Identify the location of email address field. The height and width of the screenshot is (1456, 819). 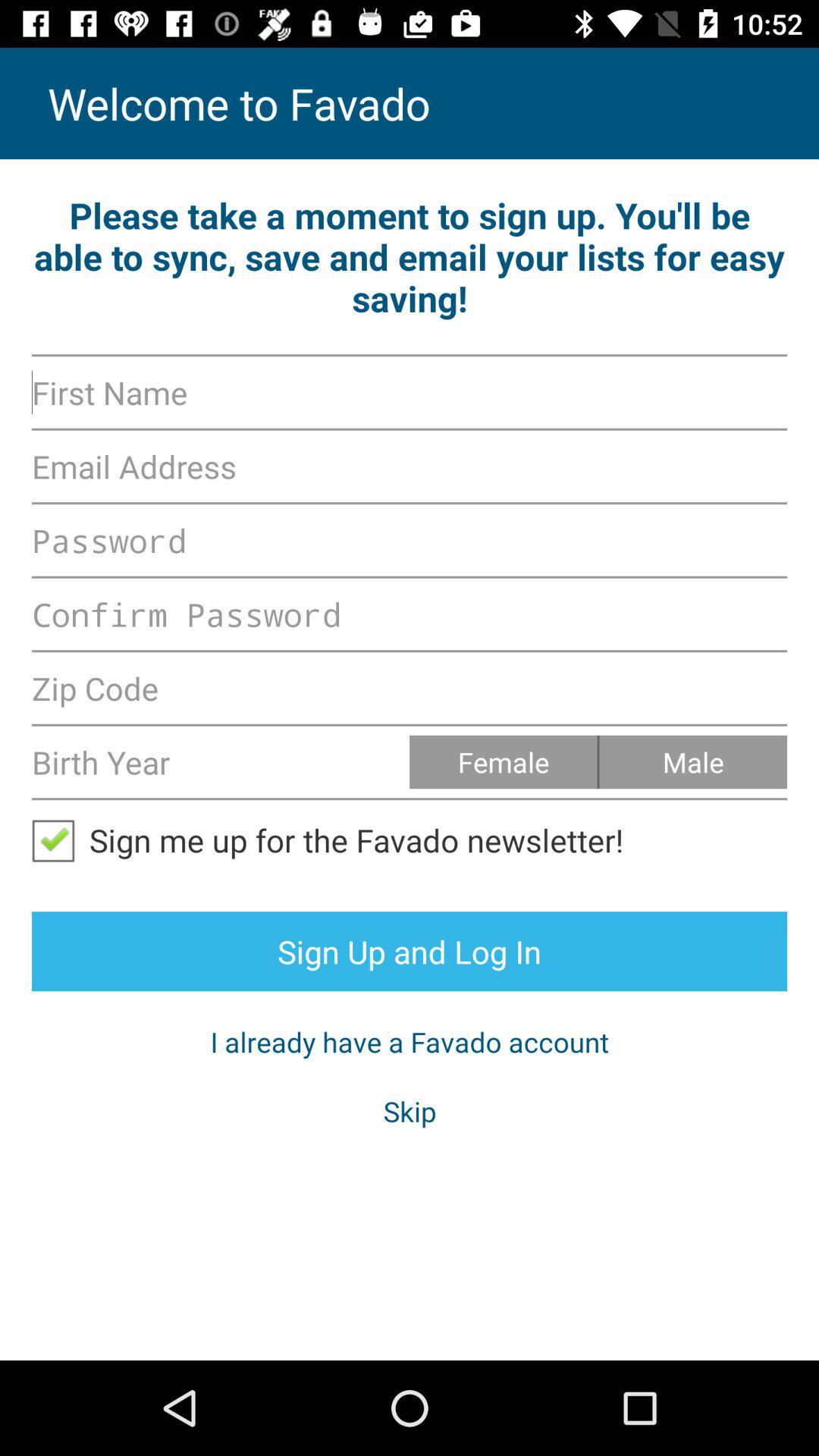
(409, 465).